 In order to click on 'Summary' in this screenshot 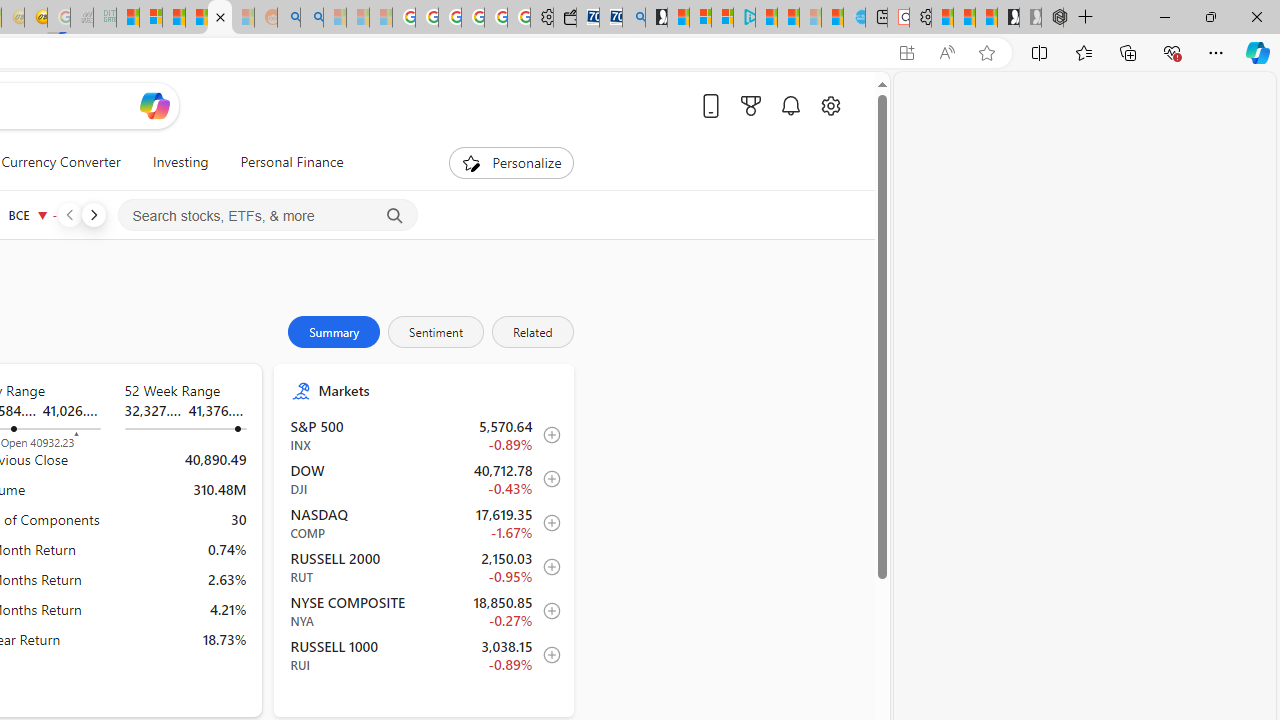, I will do `click(334, 330)`.